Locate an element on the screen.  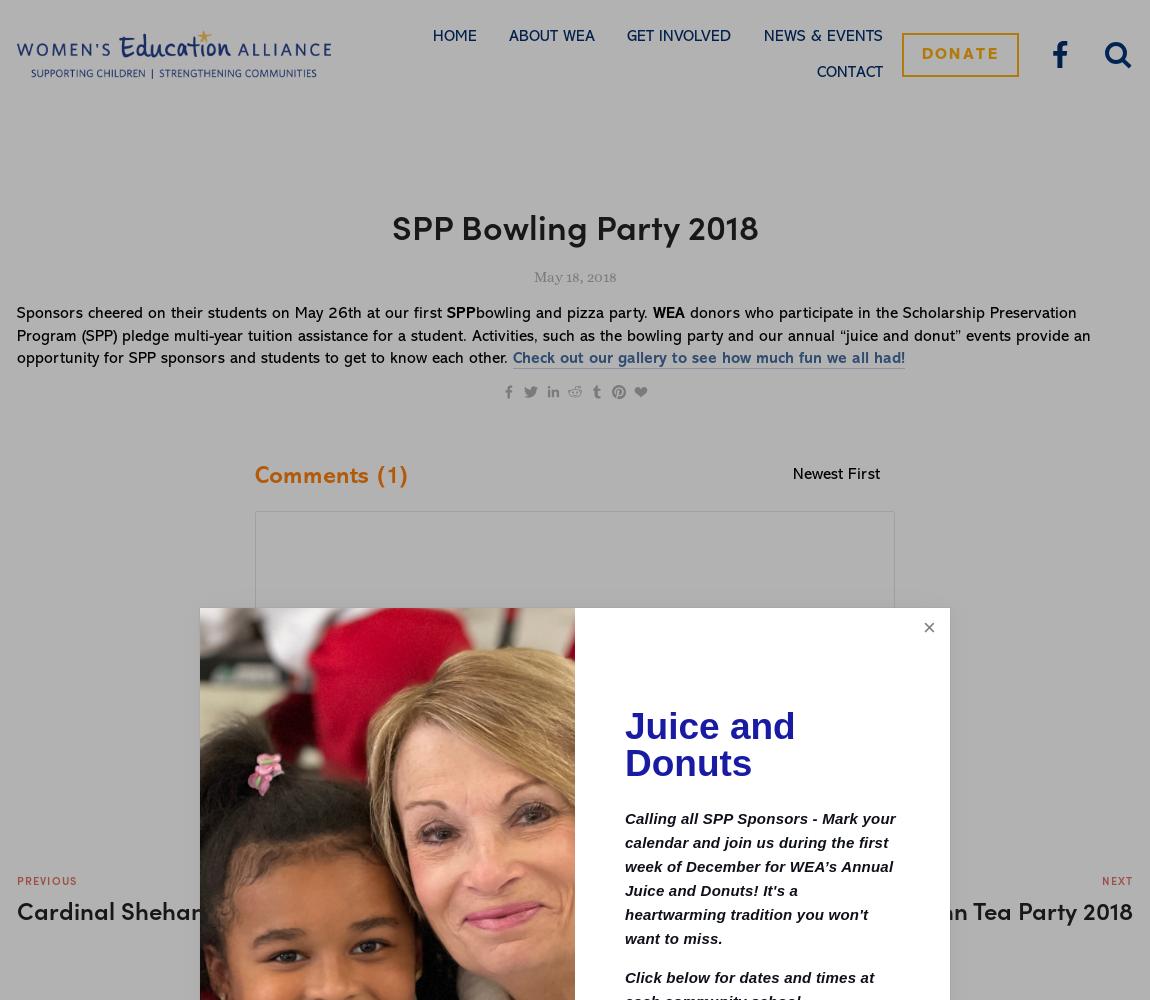
'Contact' is located at coordinates (848, 71).